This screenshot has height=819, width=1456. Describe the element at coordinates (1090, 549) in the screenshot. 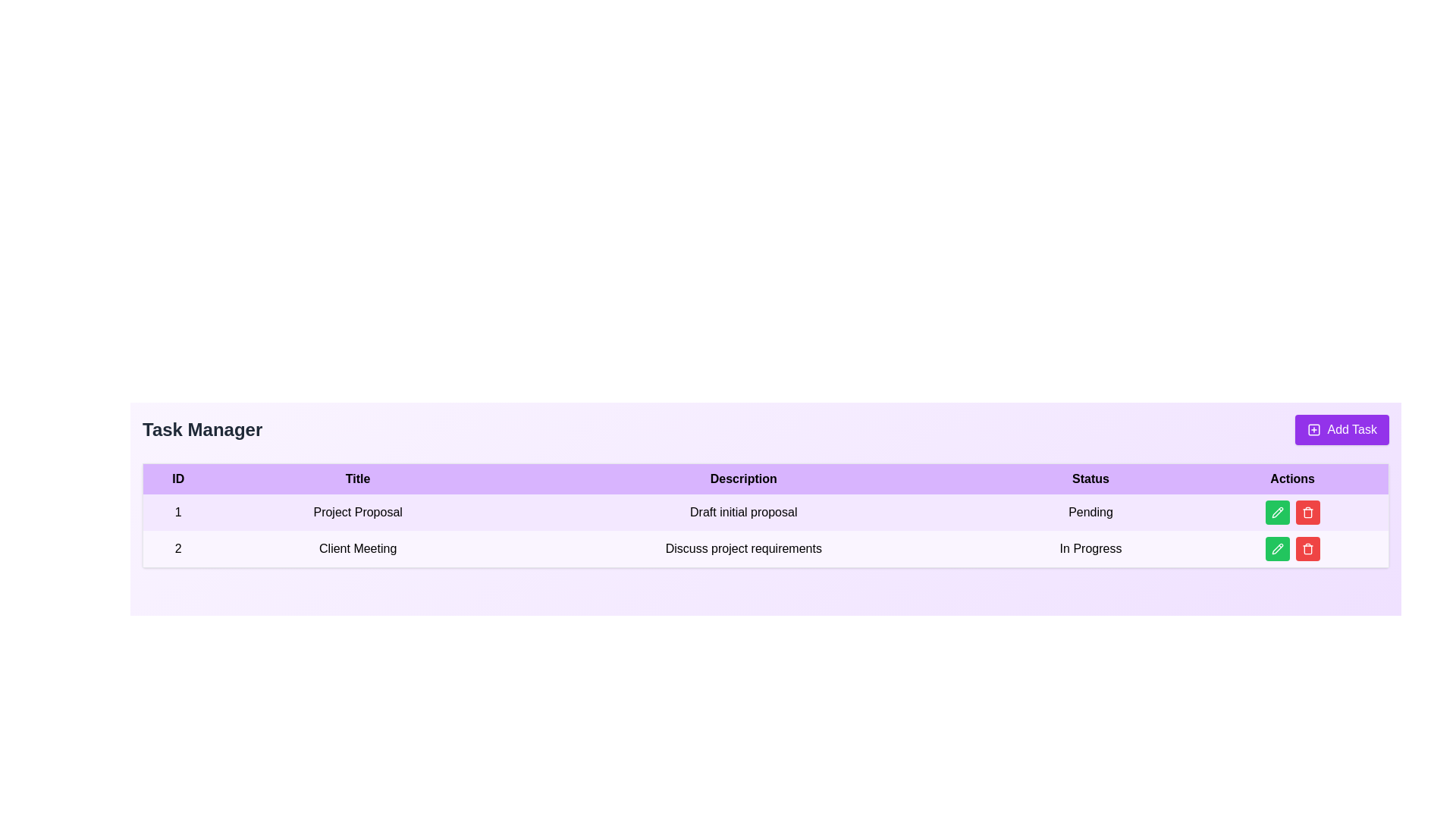

I see `the status indicator text label for the task with ID 2 titled 'Client Meeting', located in the 'Status' column` at that location.